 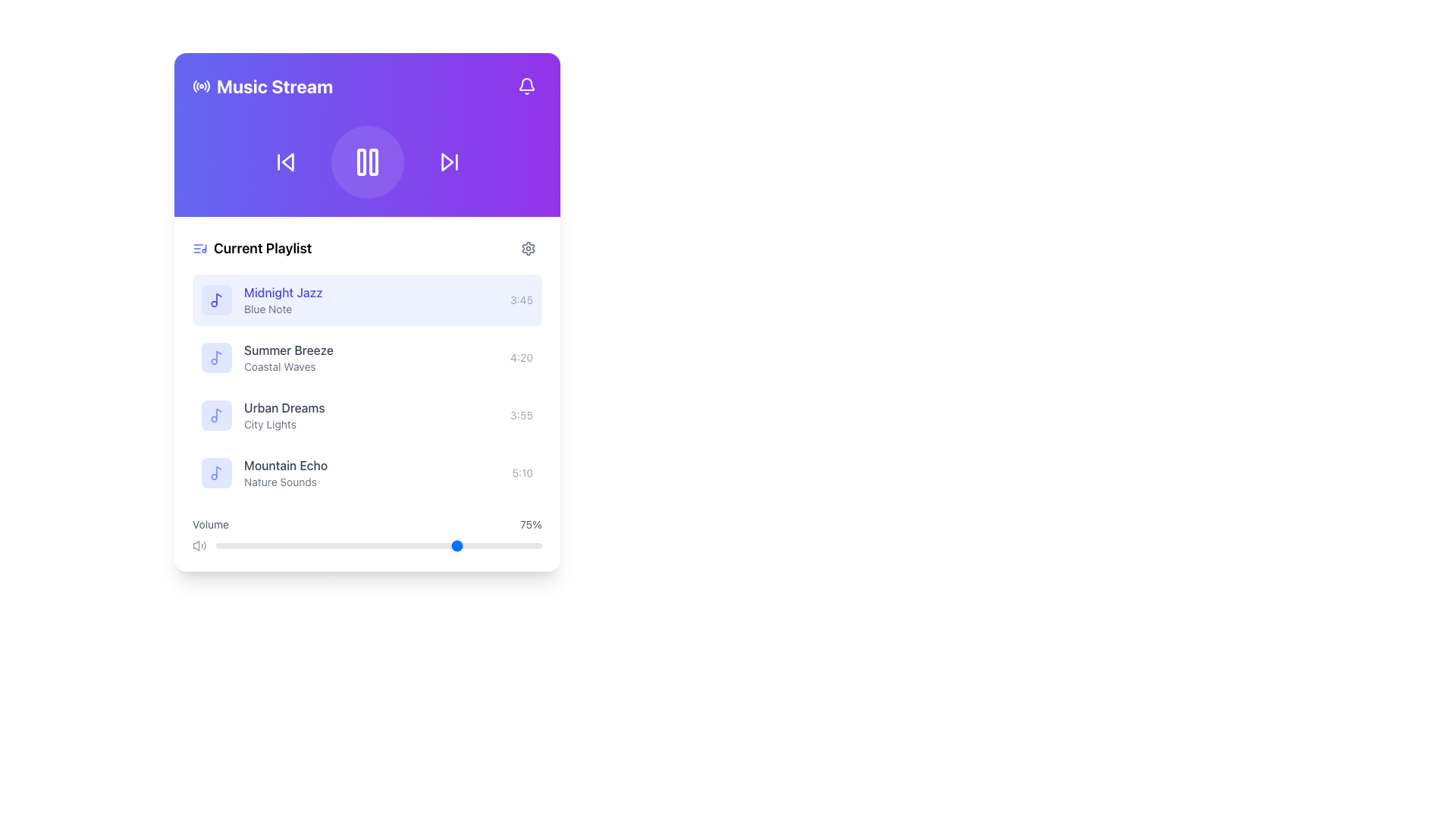 I want to click on the music track icon located in the top-left corner of the highlighted playlist entry titled 'Midnight Jazz' to analyze its style or design, so click(x=216, y=300).